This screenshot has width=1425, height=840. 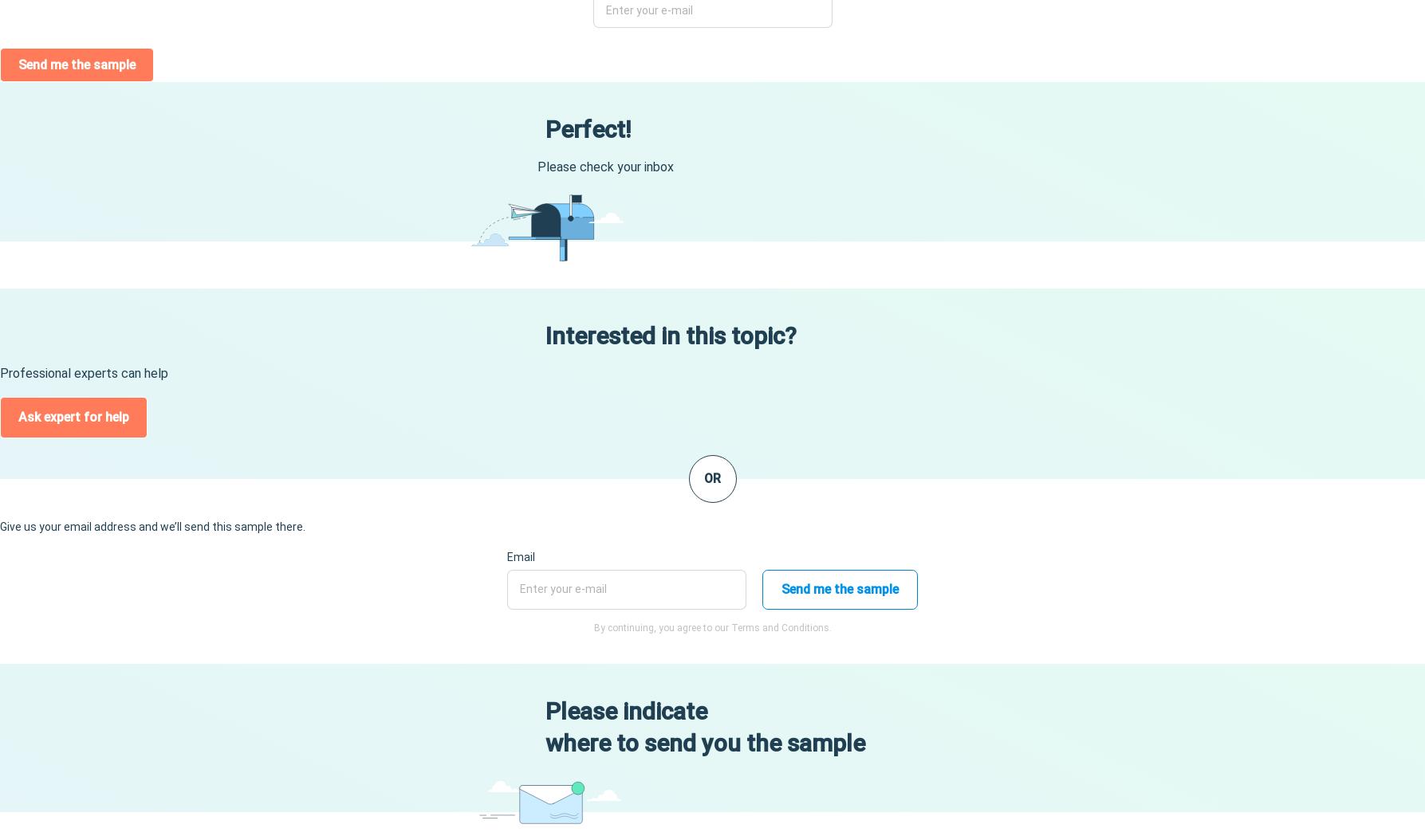 I want to click on 'Please check your inbox', so click(x=604, y=166).